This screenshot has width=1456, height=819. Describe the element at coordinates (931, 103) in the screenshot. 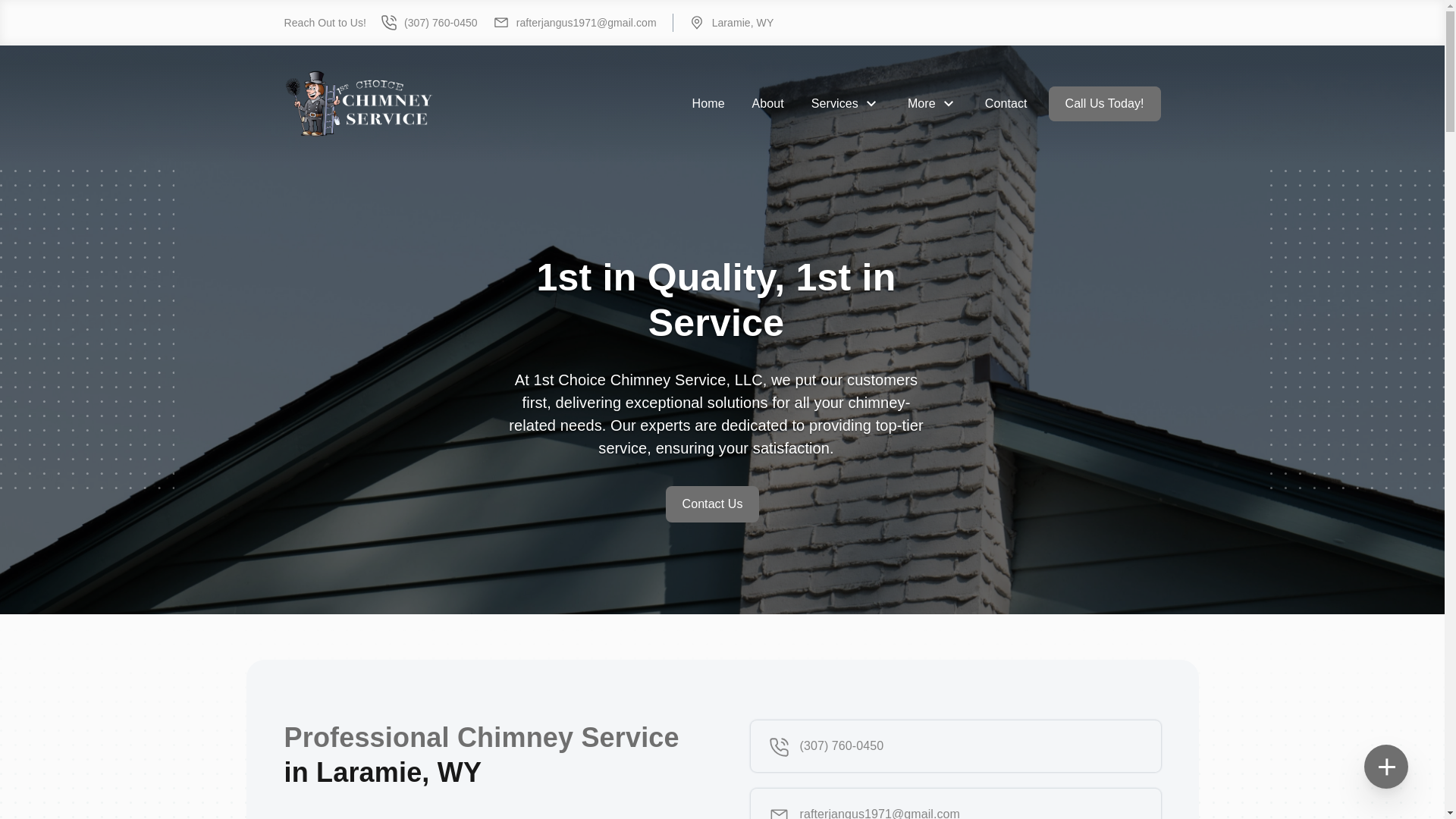

I see `'More'` at that location.